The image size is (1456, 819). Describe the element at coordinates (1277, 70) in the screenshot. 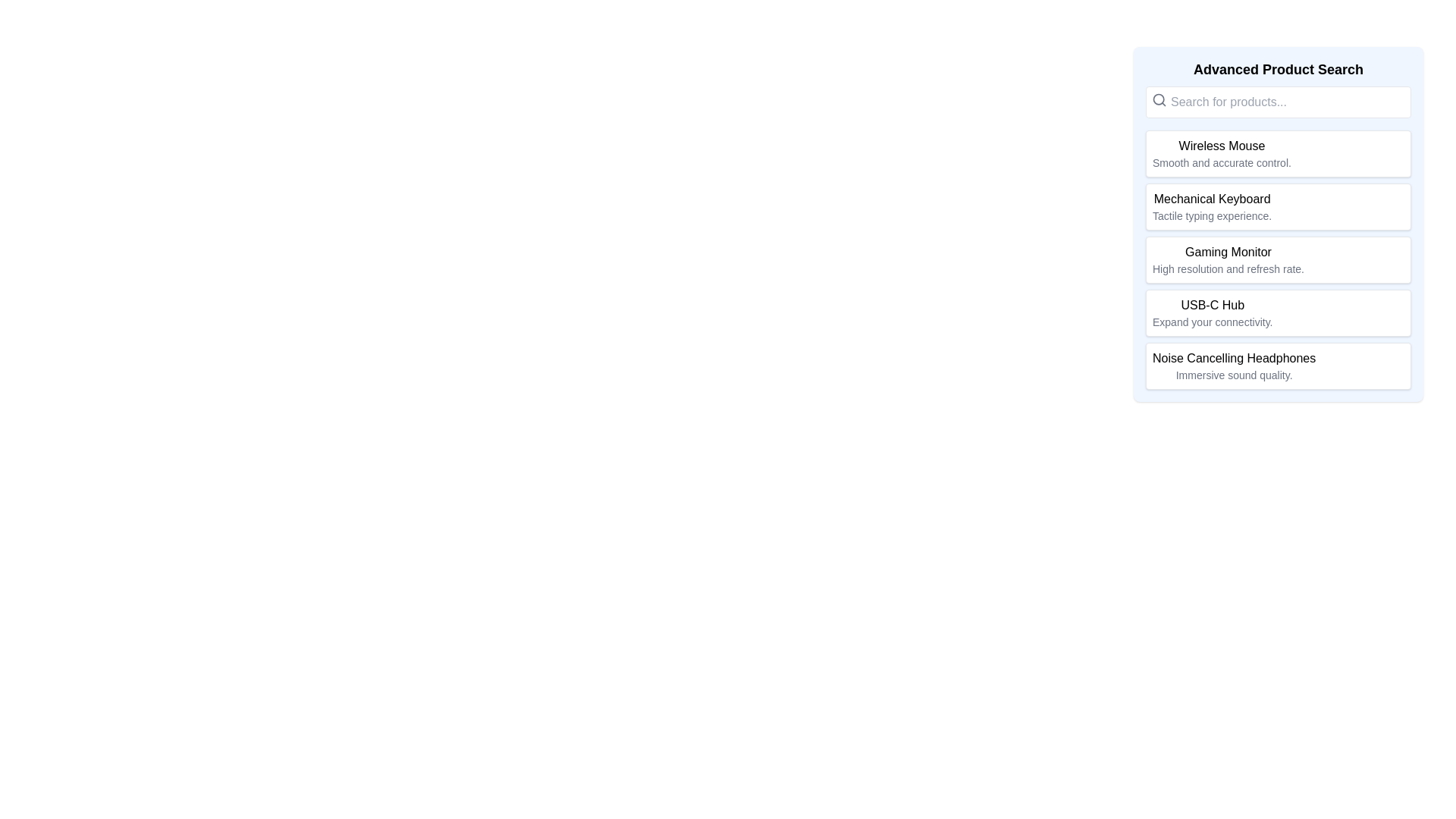

I see `the bold text label displaying 'Advanced Product Search' located at the top of the search section` at that location.